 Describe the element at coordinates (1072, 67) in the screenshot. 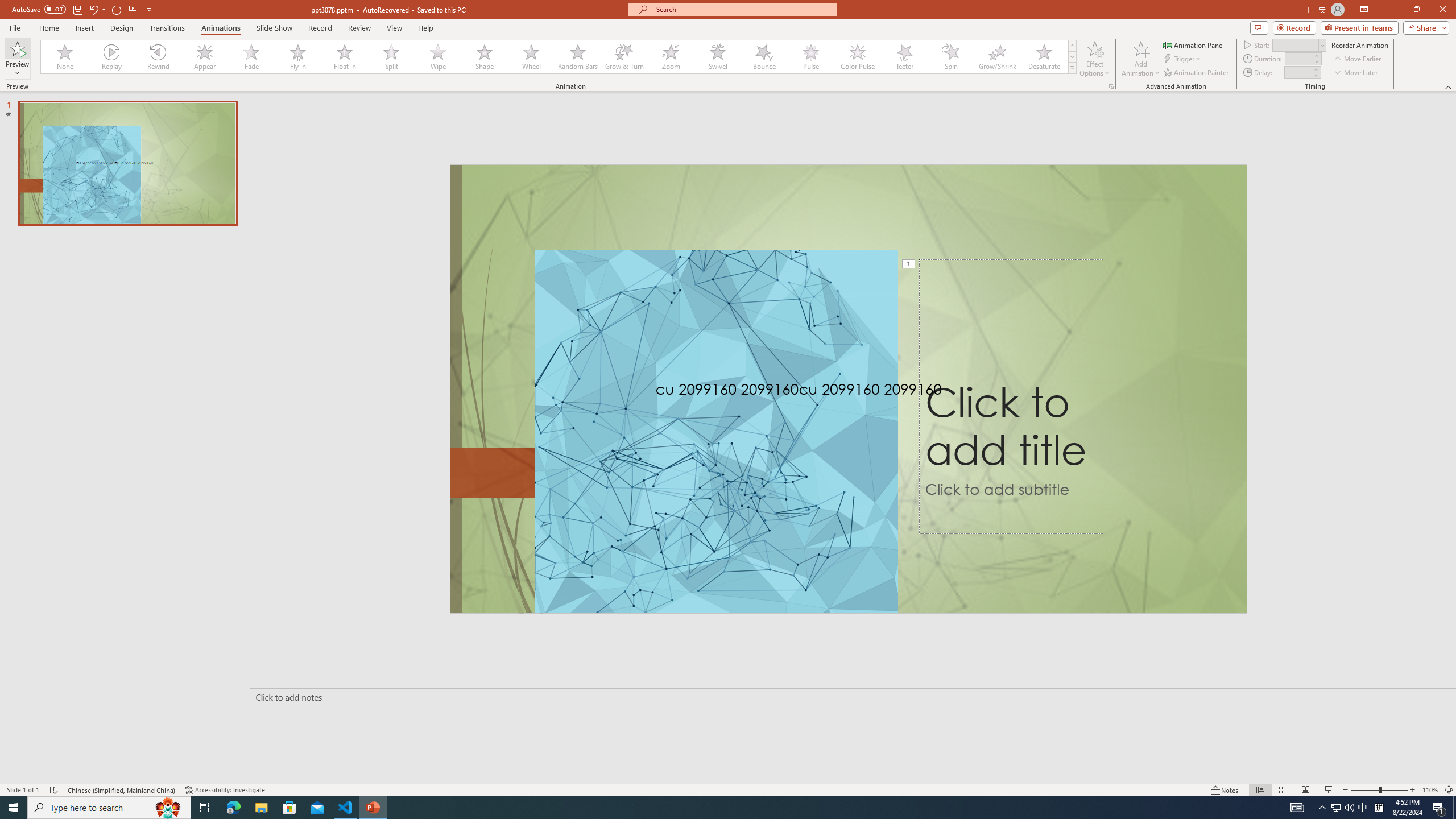

I see `'Animation Styles'` at that location.